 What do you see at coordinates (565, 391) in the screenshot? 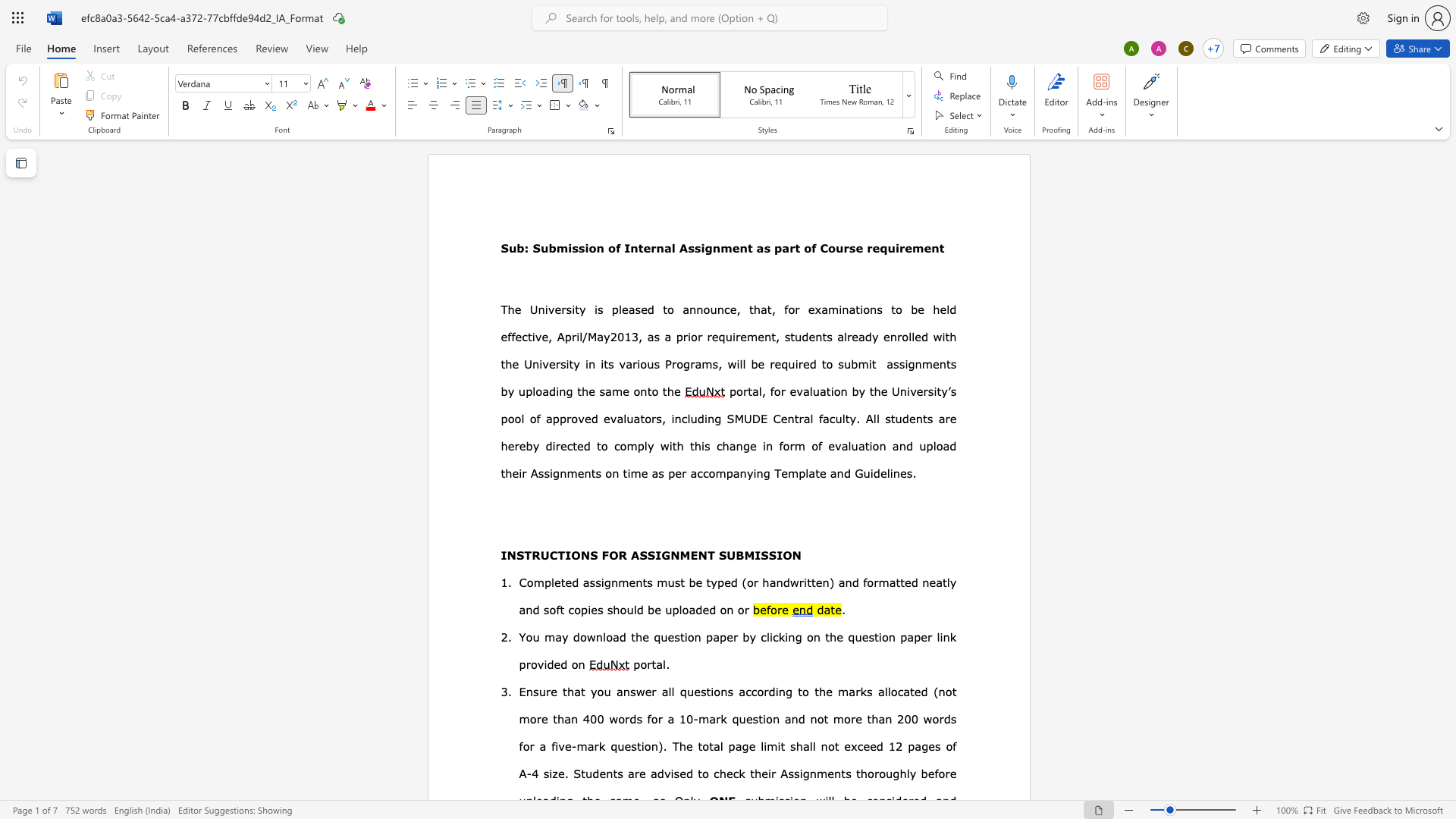
I see `the space between the continuous character "n" and "g" in the text` at bounding box center [565, 391].